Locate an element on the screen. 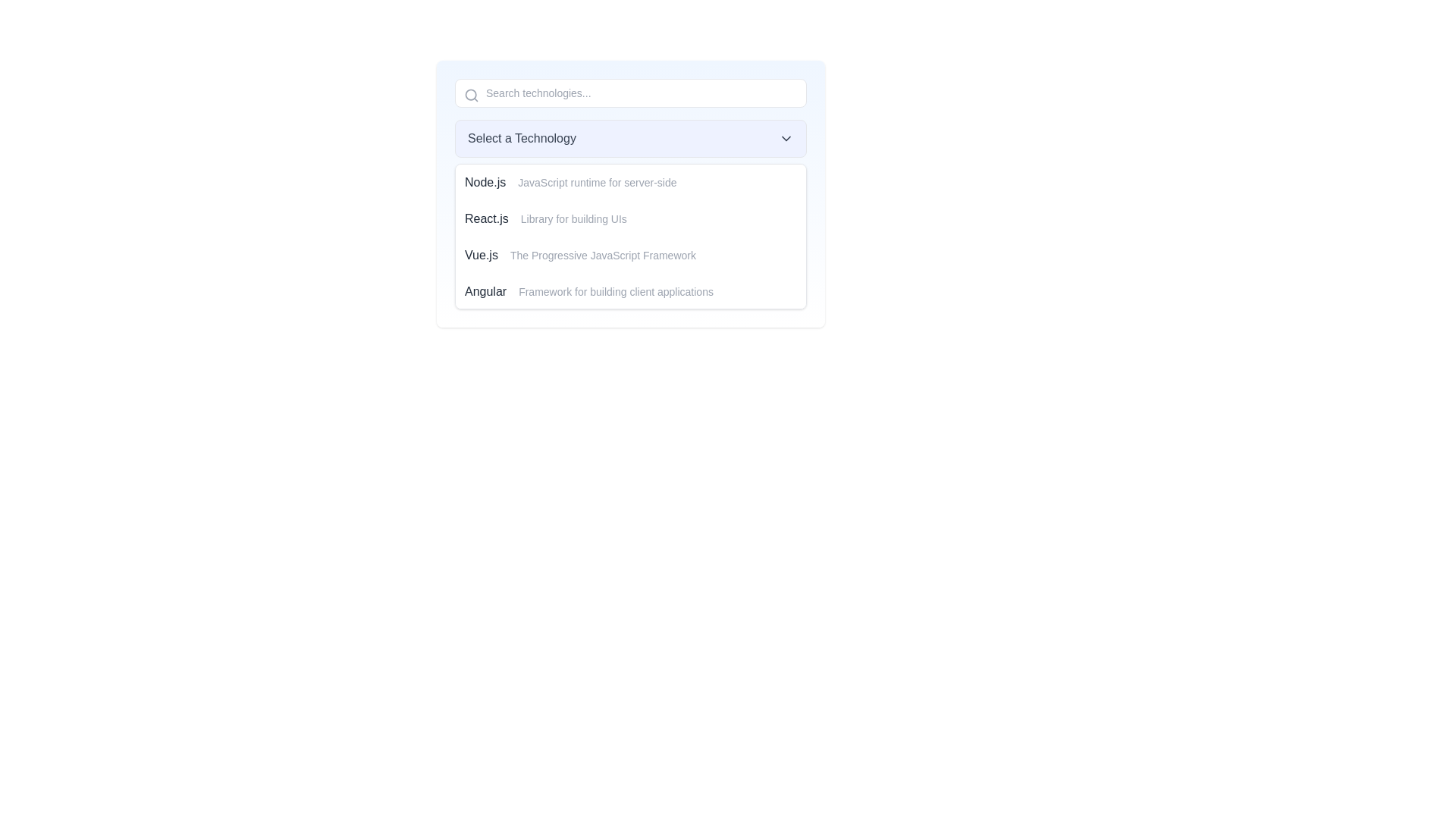 The height and width of the screenshot is (819, 1456). the descriptive text label styled in gray that reads 'The Progressive JavaScript Framework', positioned to the right of the bold 'Vue.js' heading is located at coordinates (602, 254).